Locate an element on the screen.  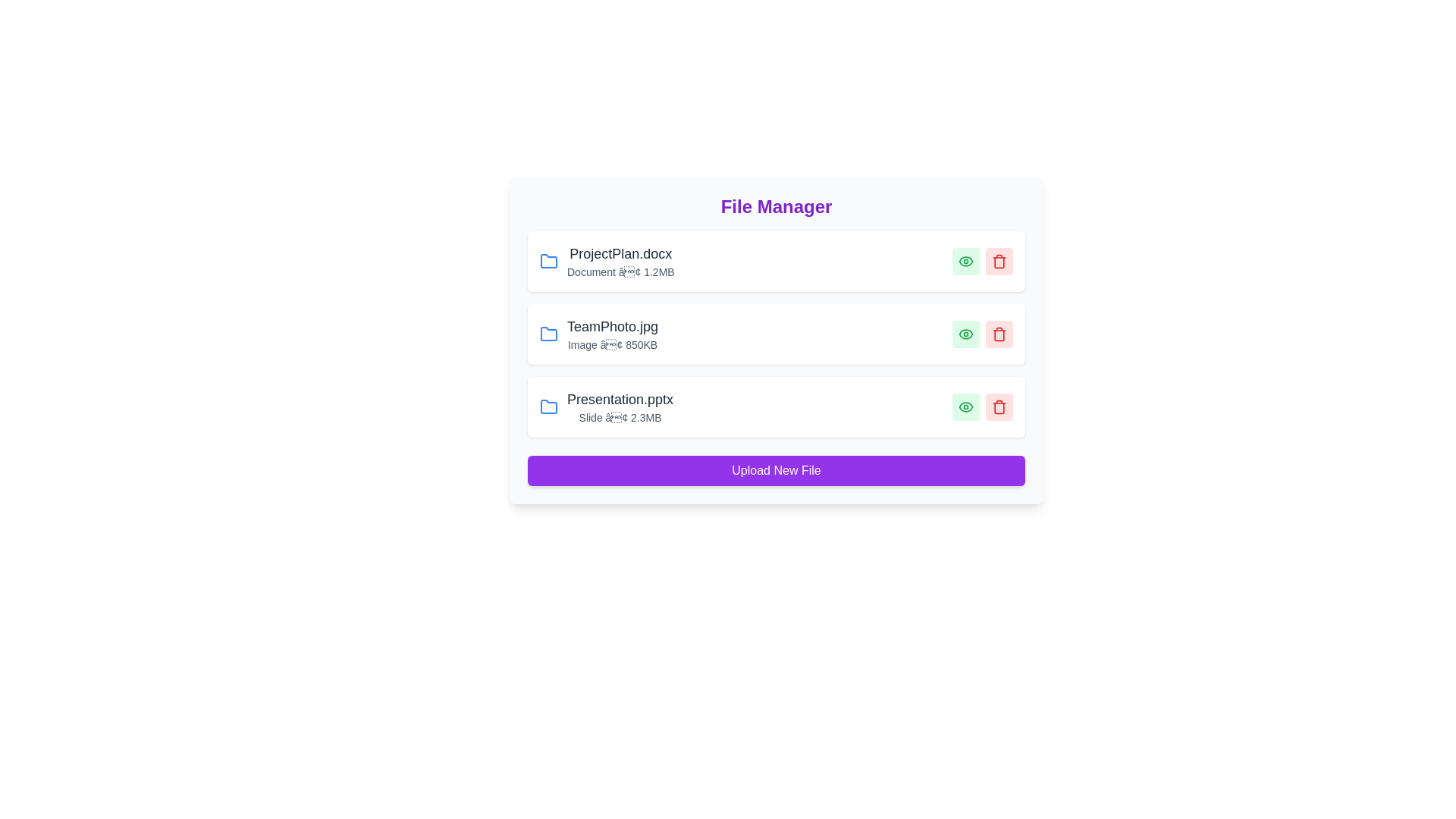
the folder icon for Presentation.pptx to navigate into its folder is located at coordinates (548, 406).